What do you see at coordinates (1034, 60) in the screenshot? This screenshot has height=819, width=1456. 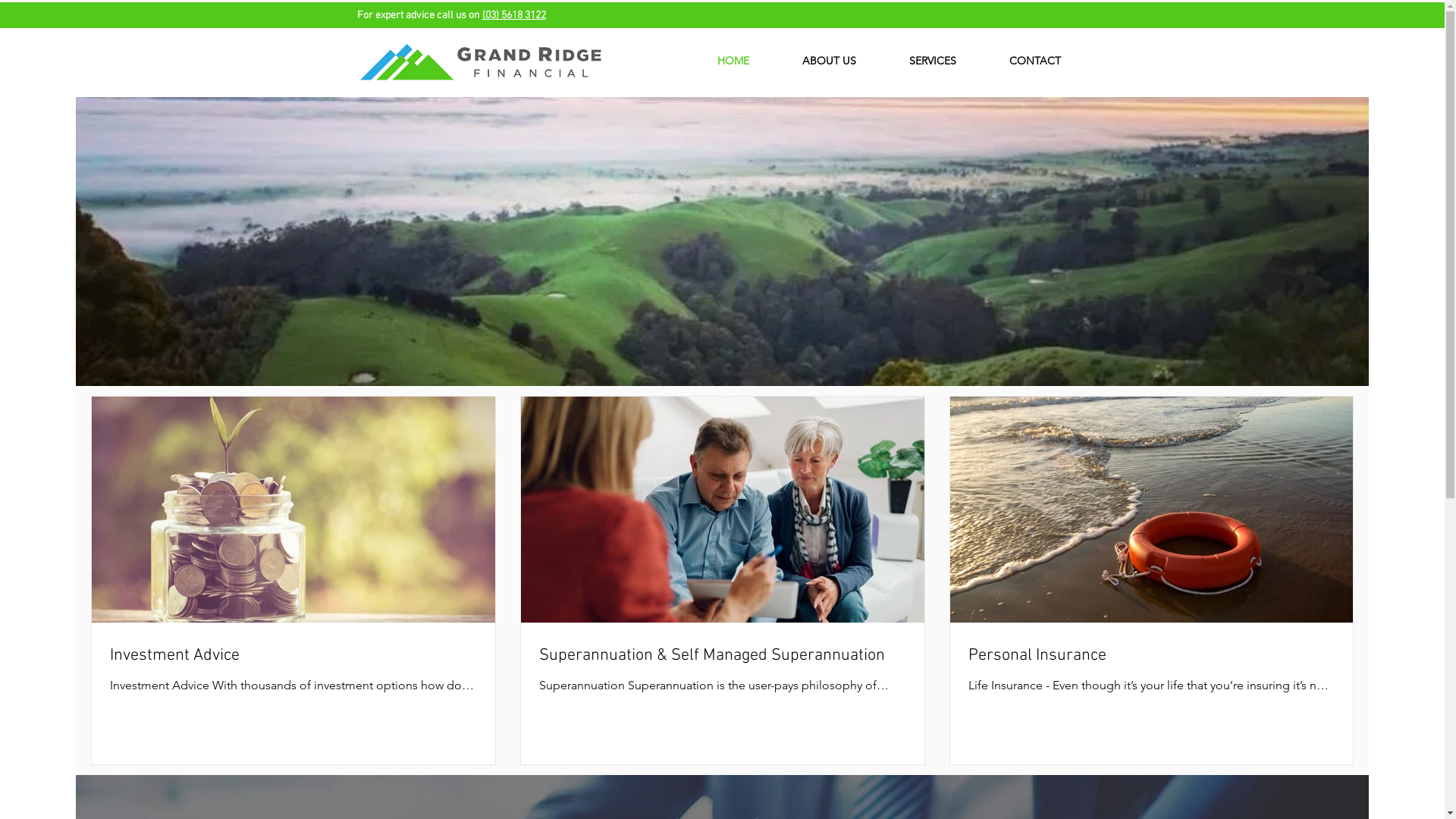 I see `'CONTACT'` at bounding box center [1034, 60].